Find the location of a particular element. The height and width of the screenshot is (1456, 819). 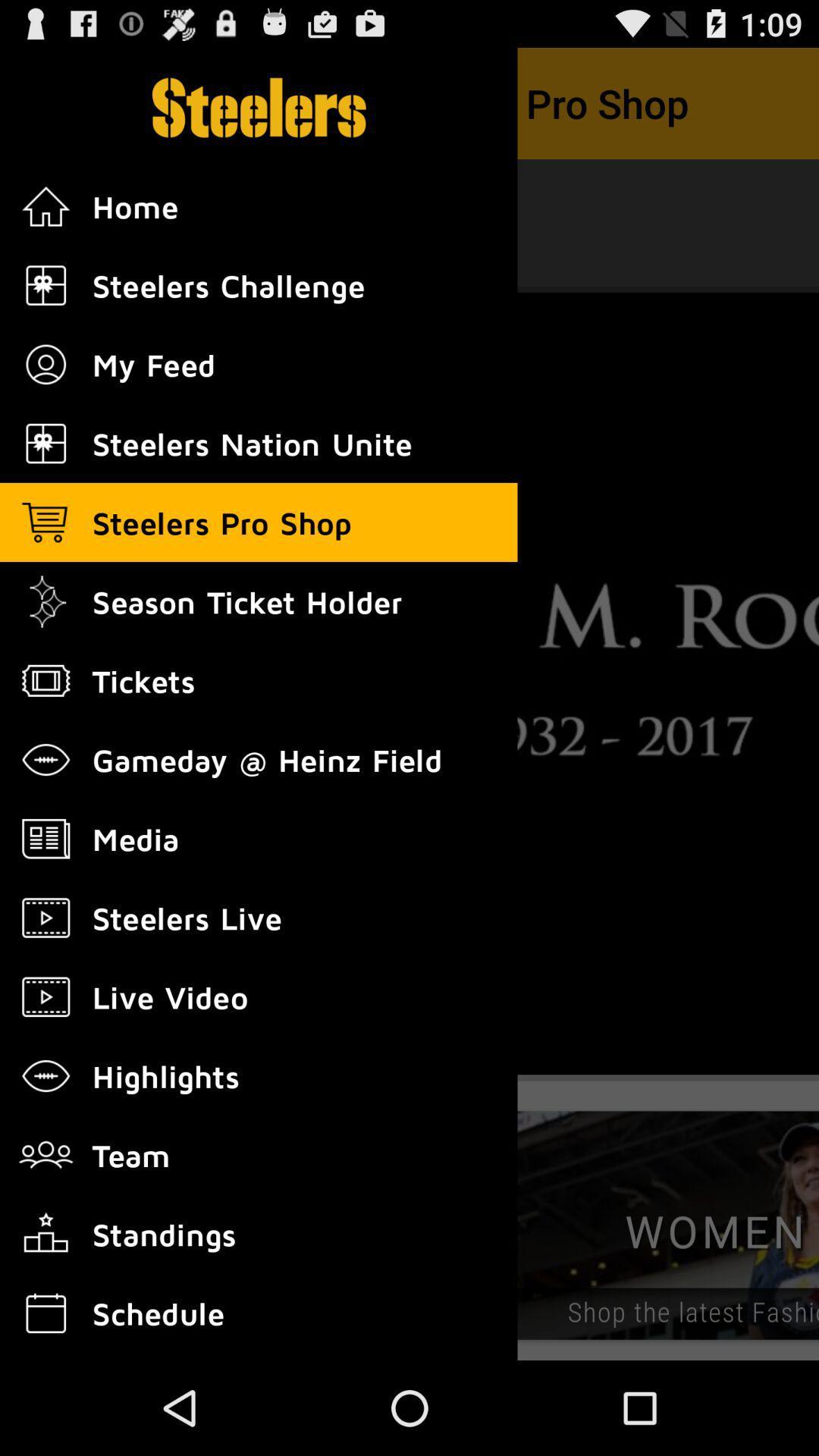

the icon of season ticket holder is located at coordinates (45, 601).